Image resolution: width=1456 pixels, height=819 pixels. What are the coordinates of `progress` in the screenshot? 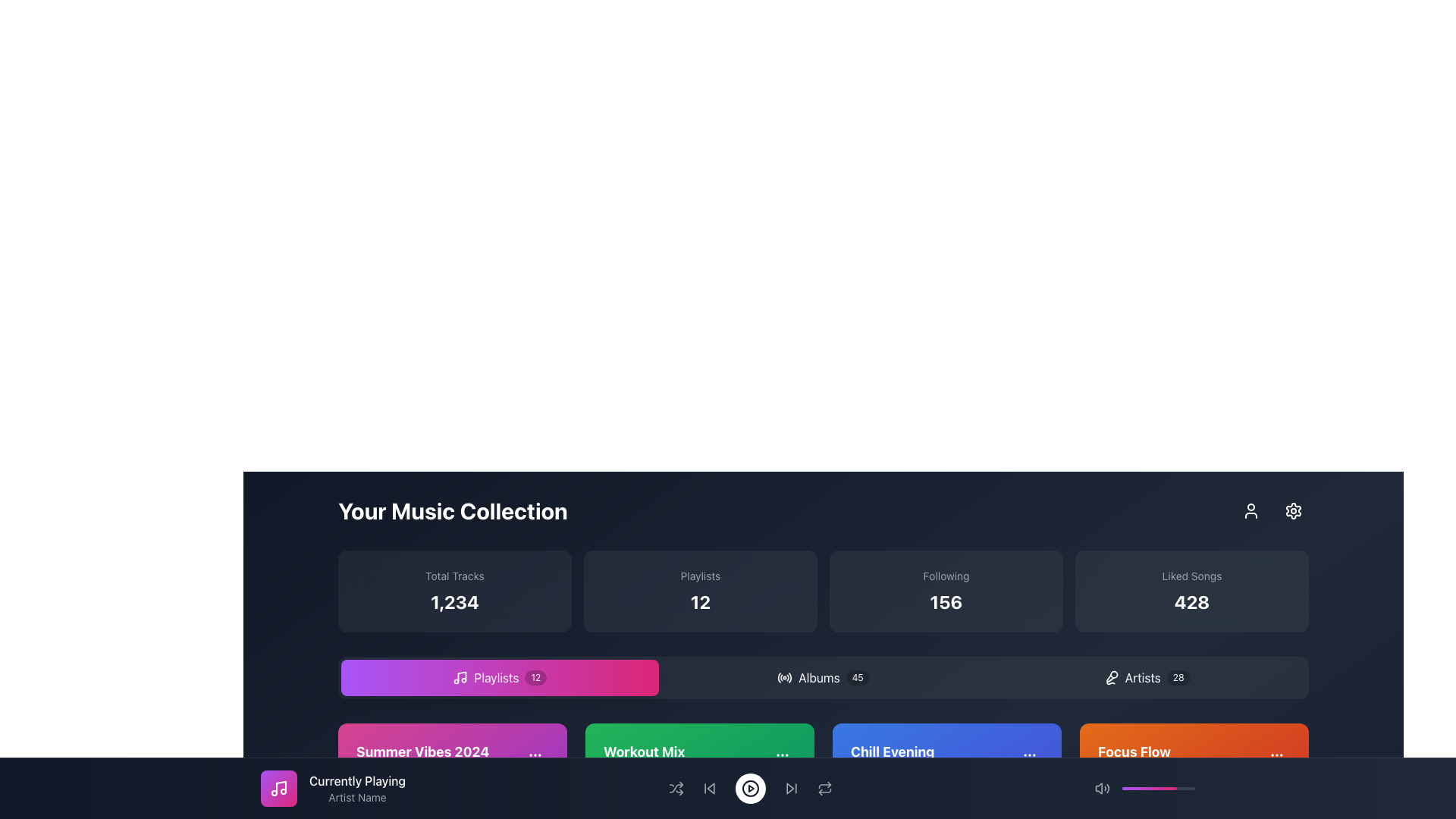 It's located at (1159, 788).